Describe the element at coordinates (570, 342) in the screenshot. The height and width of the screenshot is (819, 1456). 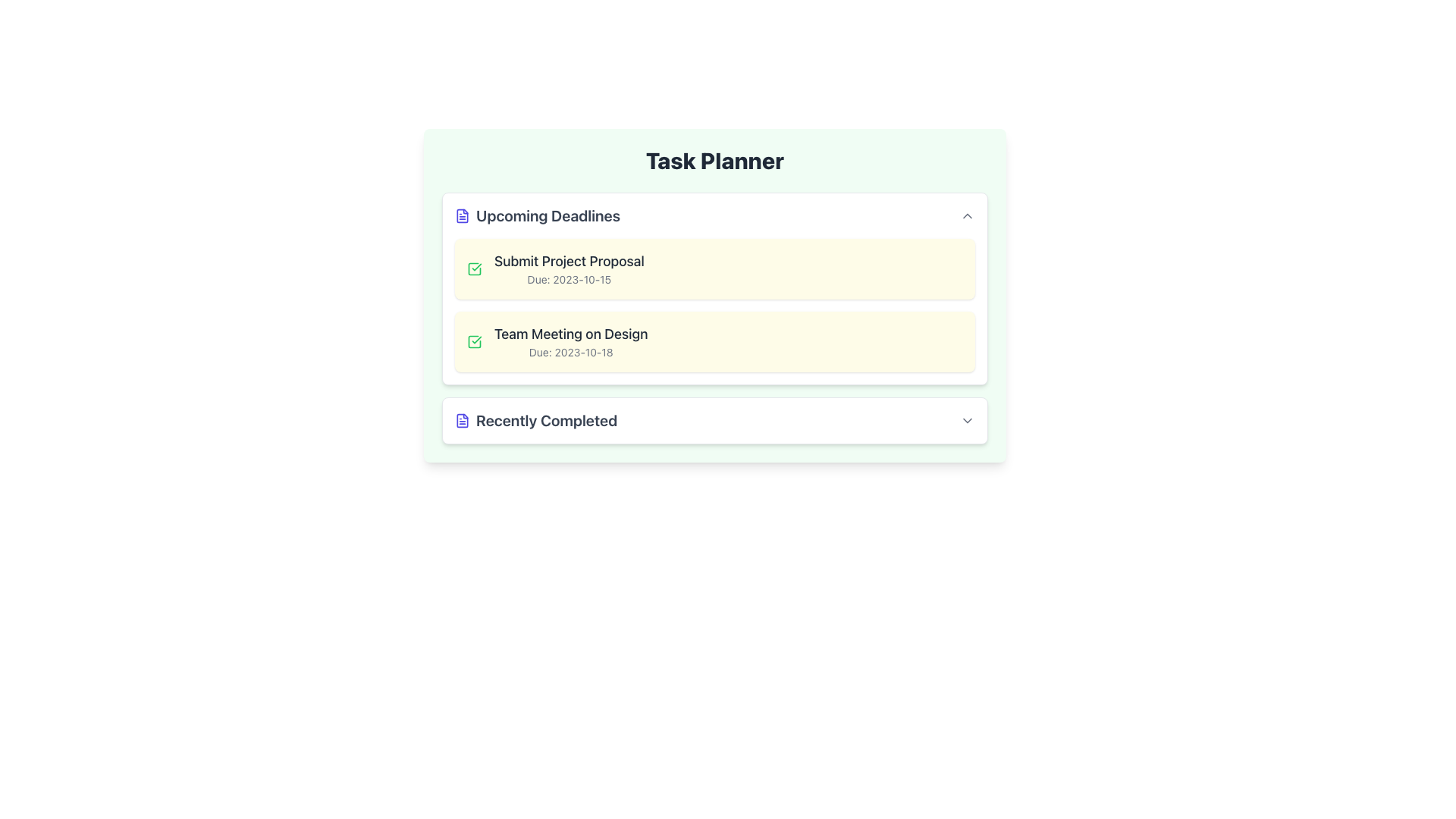
I see `the notification text block indicating a meeting title and its due date, located in the second row of the yellow cards under 'Upcoming Deadlines', to the right of a green checkmark icon` at that location.